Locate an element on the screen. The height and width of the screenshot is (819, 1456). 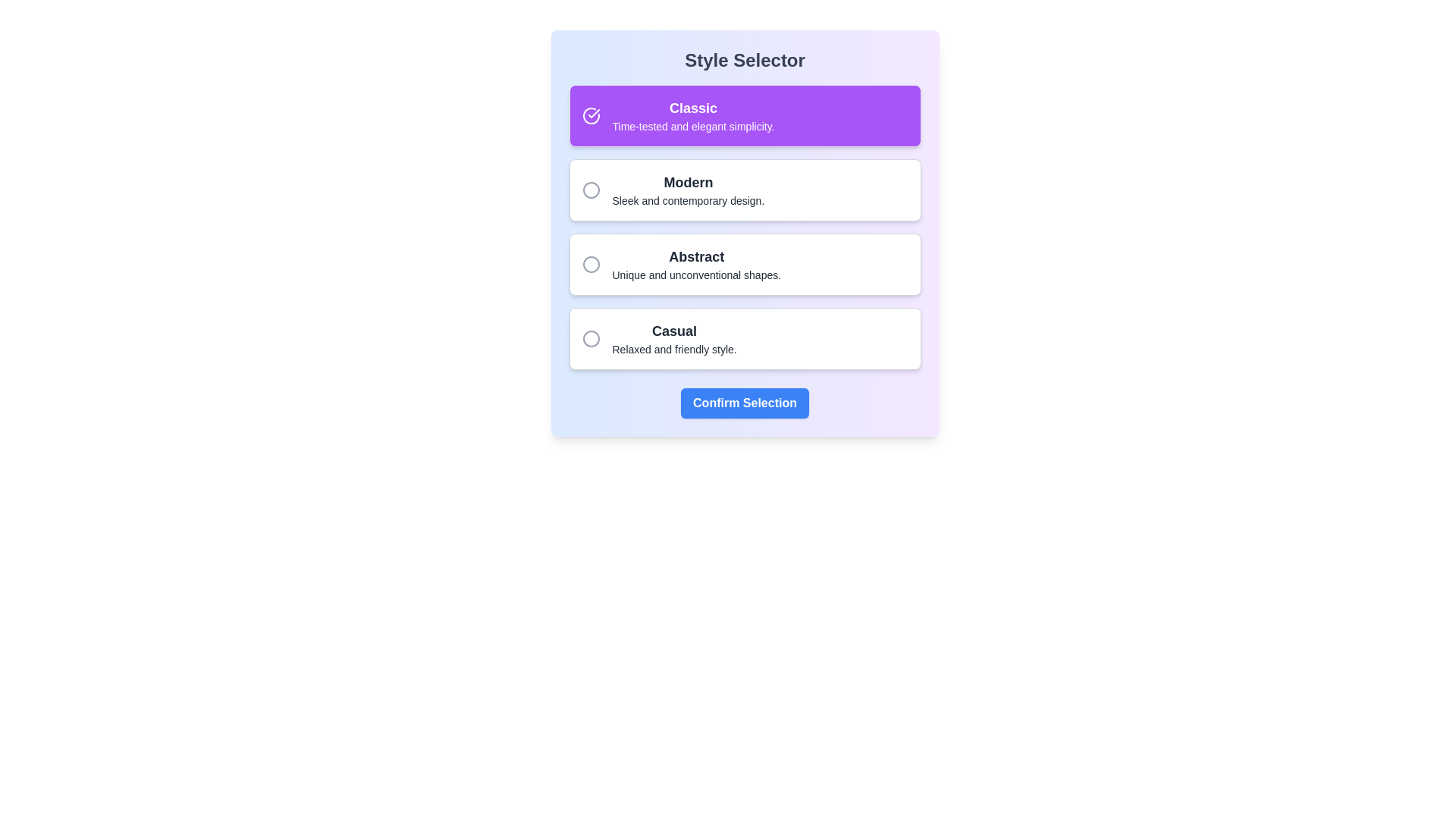
the Radio Button Icon for the 'Modern' style option is located at coordinates (590, 189).